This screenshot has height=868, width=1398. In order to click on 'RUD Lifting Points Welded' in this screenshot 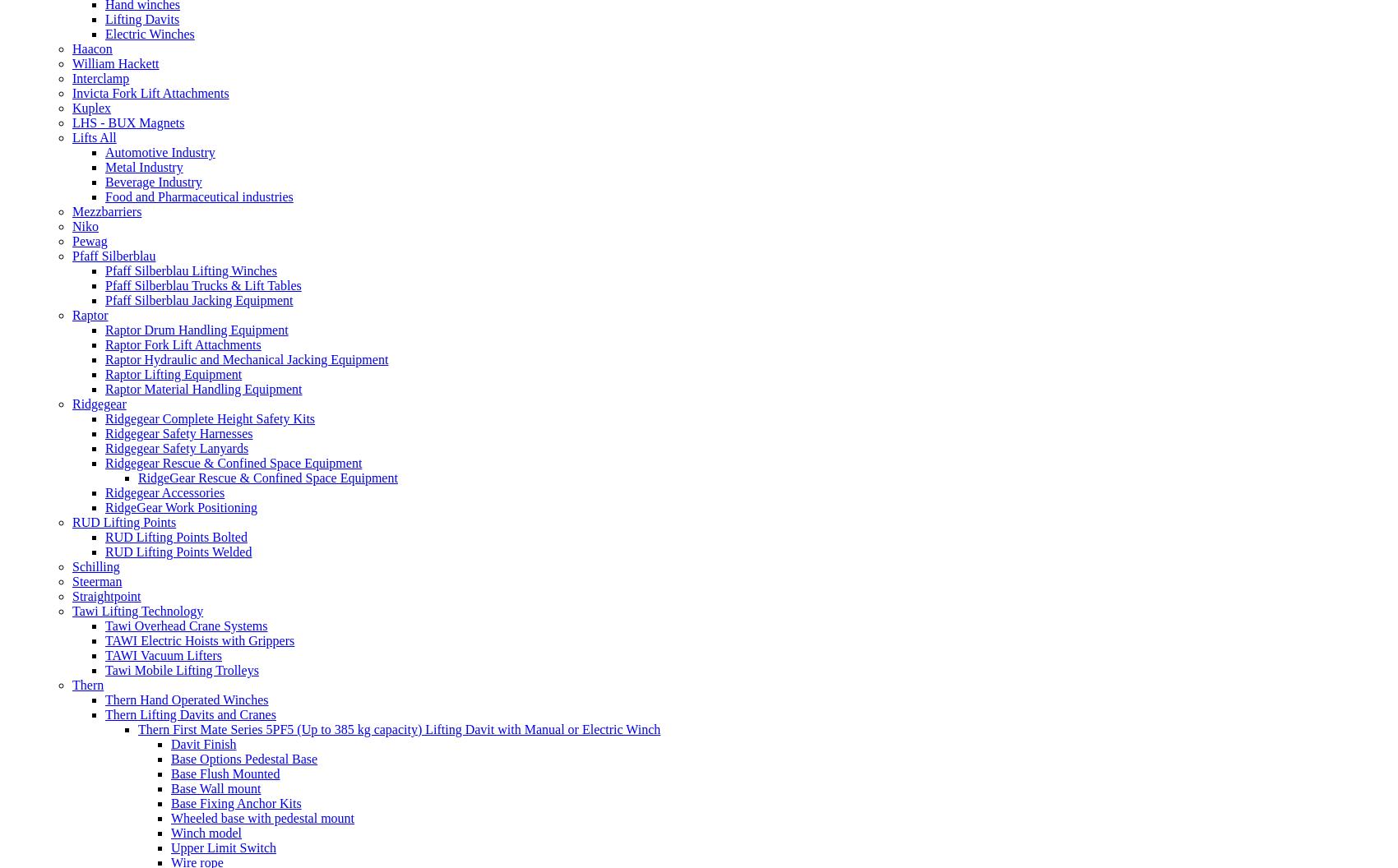, I will do `click(178, 551)`.